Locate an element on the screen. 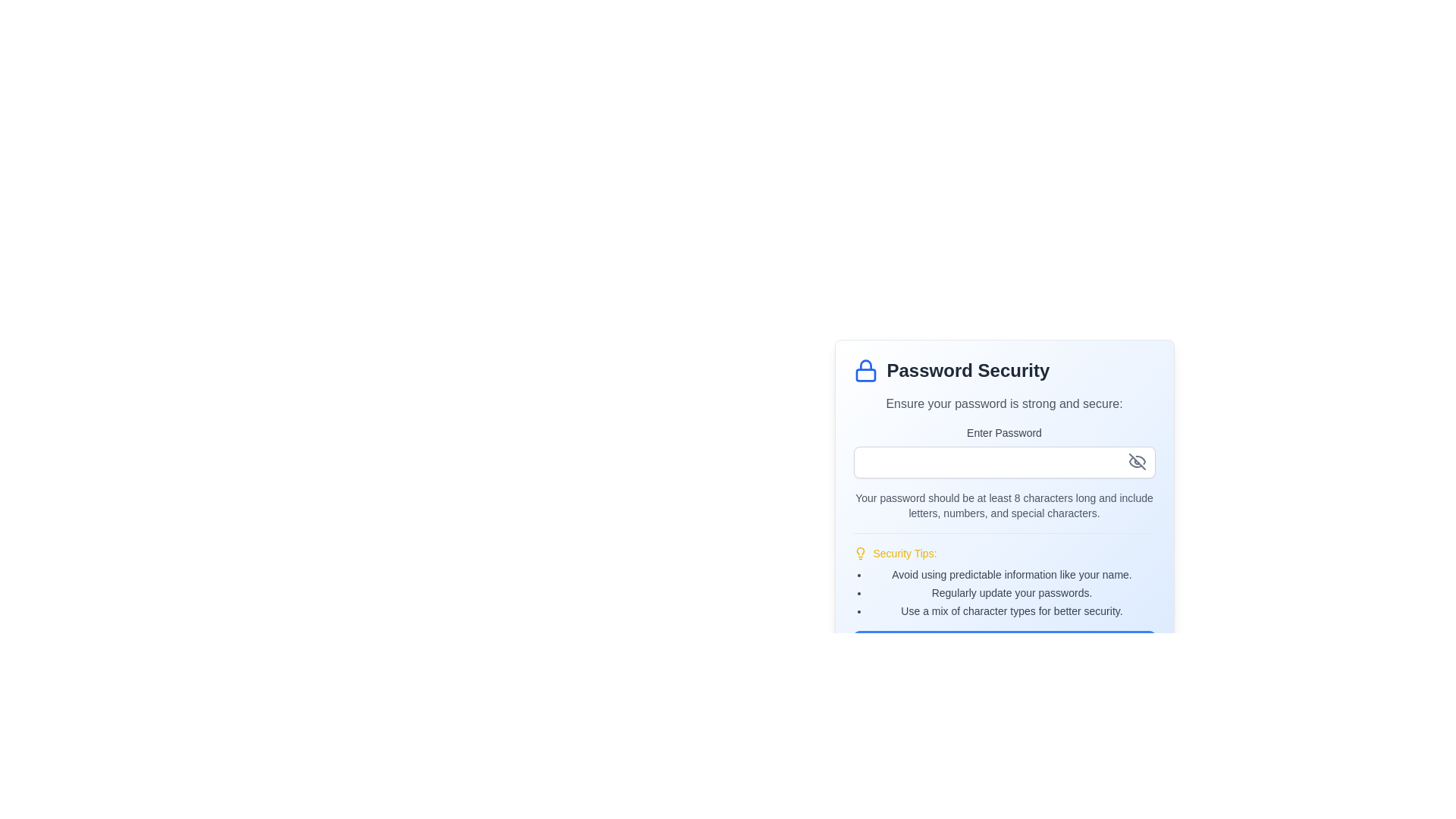  the informational tip text display advising users to enhance security by using a mixture of character types in their passwords, located in the lower-middle part of the password security guide card is located at coordinates (1012, 610).